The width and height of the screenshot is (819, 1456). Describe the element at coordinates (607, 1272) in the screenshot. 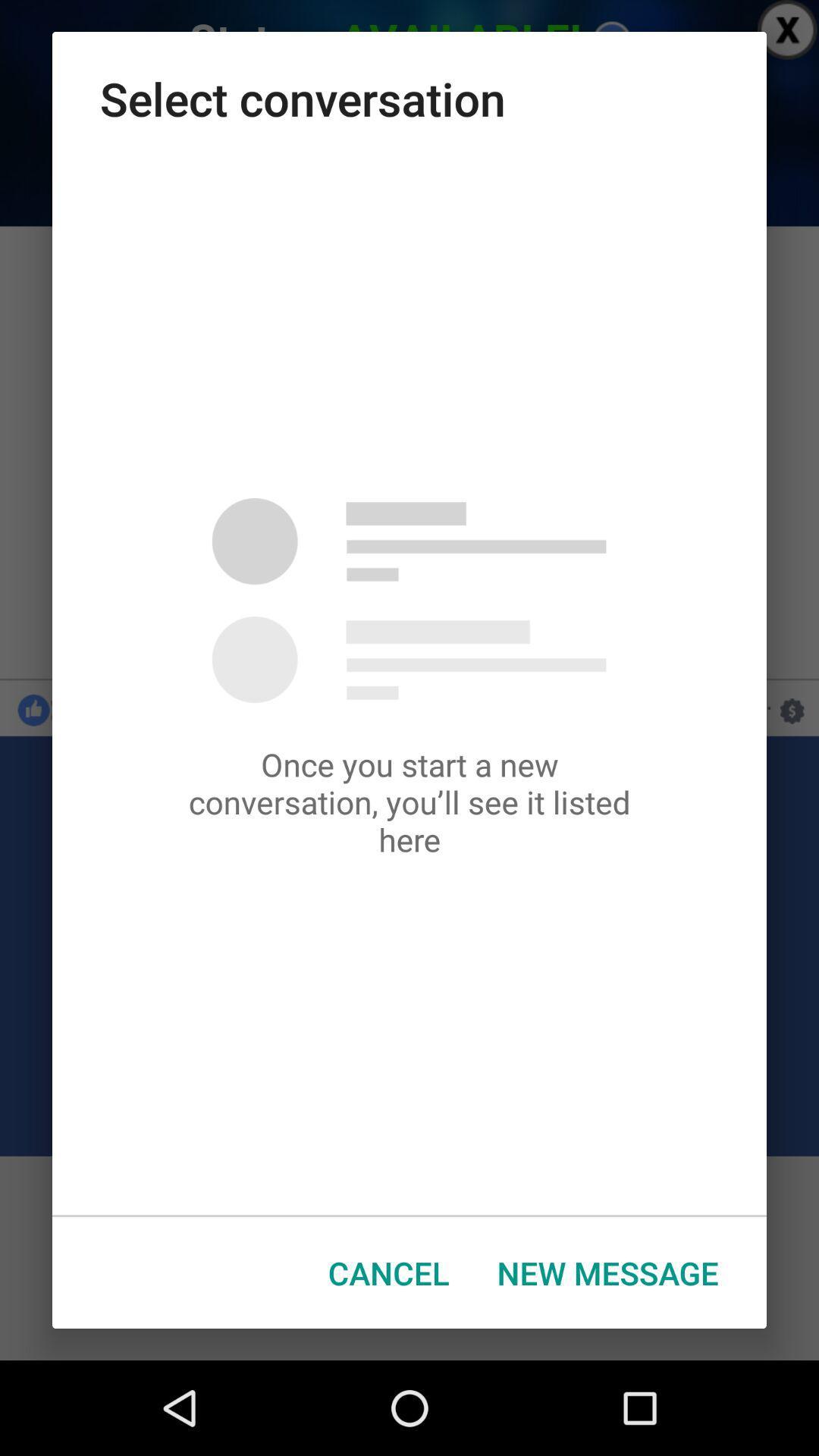

I see `the button at the bottom right corner` at that location.